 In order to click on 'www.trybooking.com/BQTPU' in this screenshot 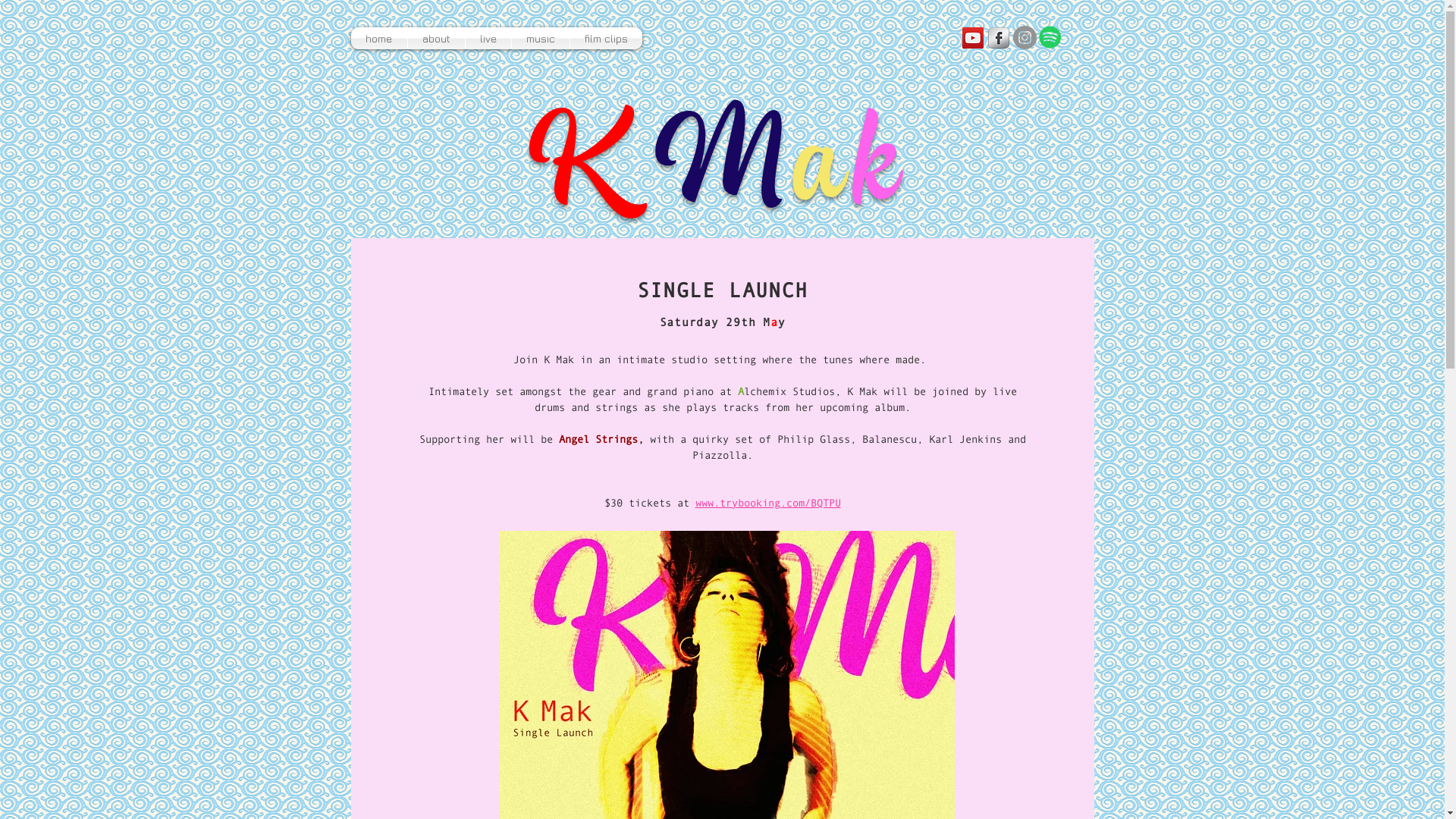, I will do `click(767, 503)`.